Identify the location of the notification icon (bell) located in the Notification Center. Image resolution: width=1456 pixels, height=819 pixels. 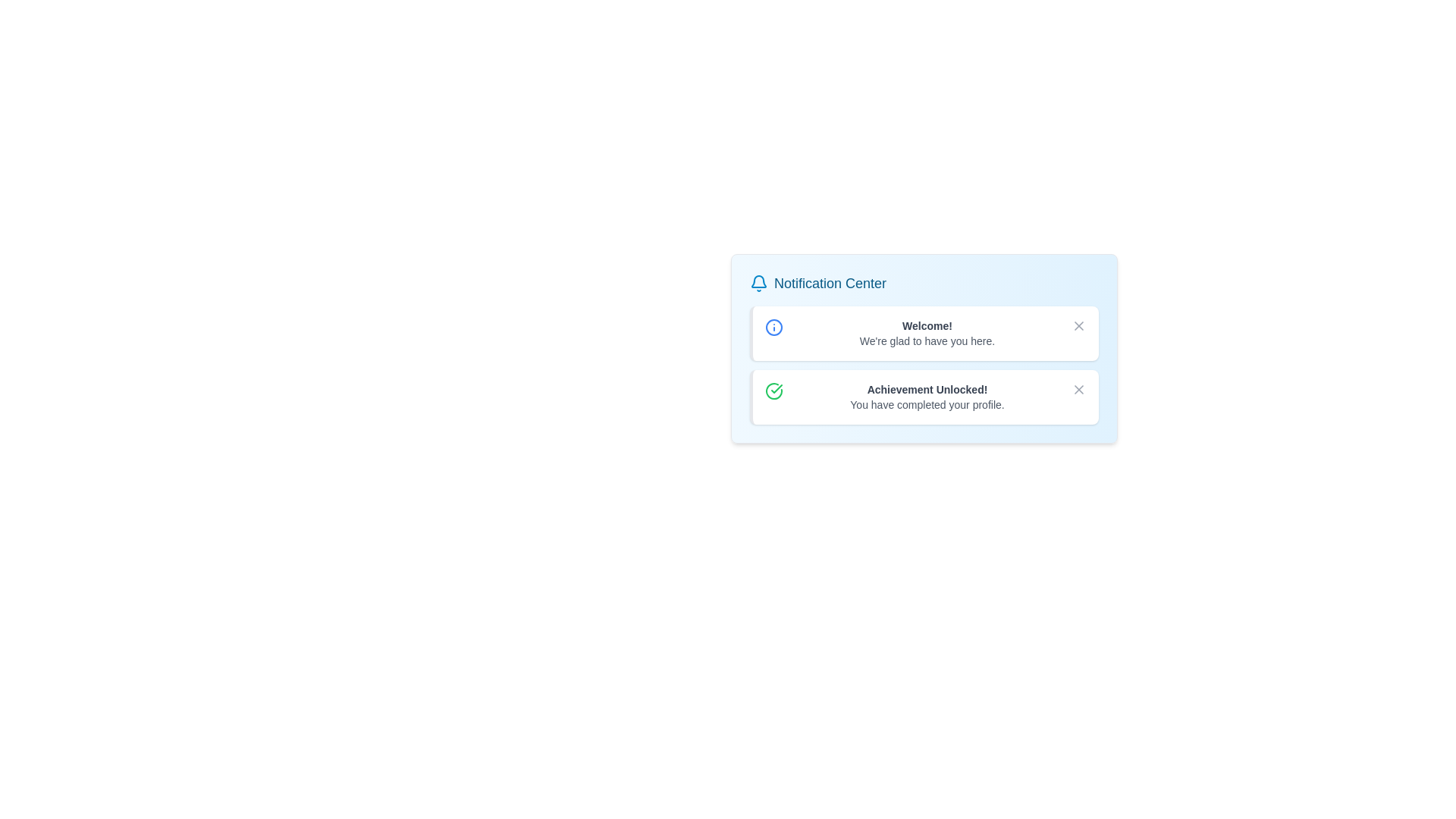
(759, 284).